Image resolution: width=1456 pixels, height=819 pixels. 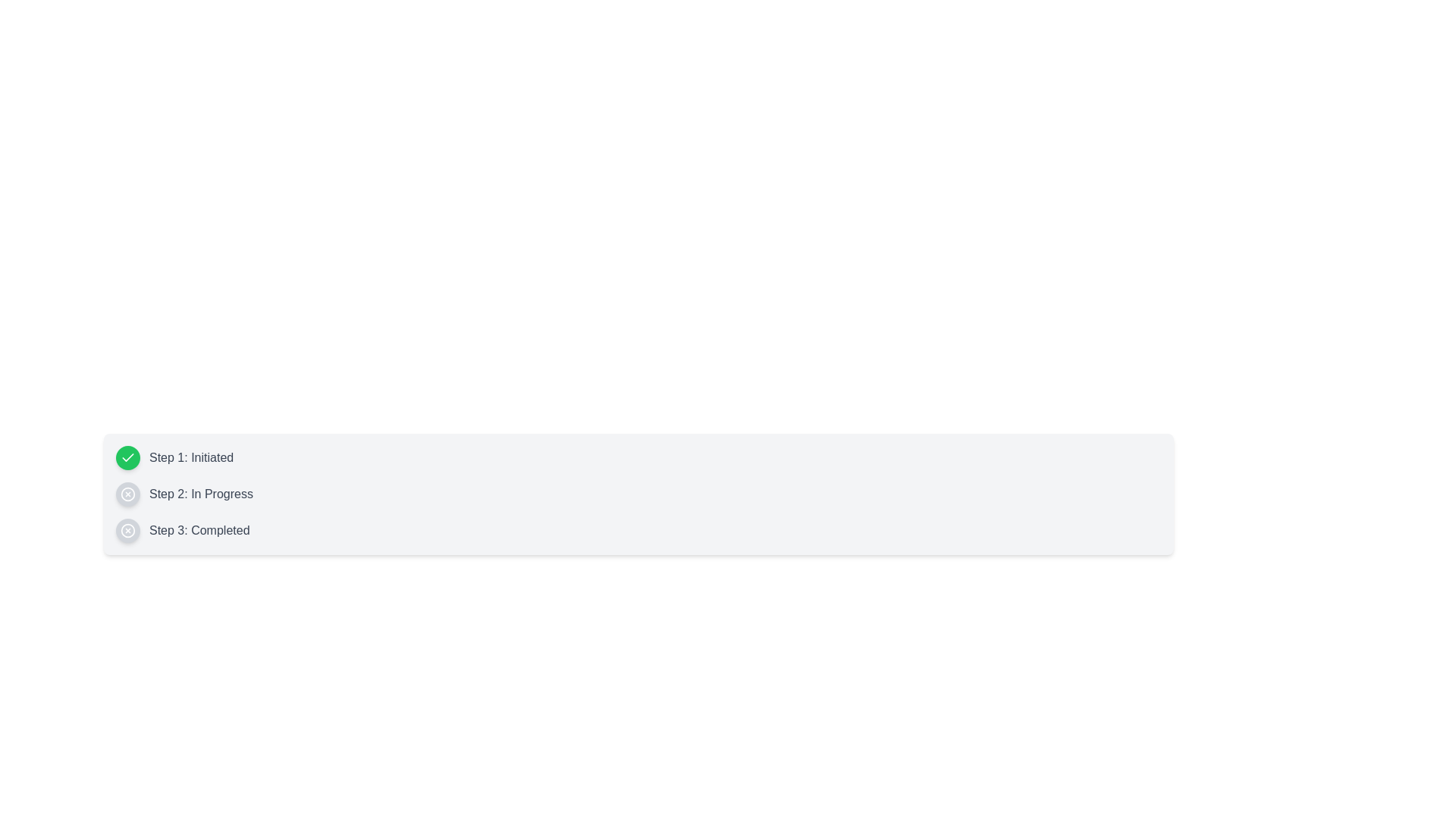 I want to click on the visual state of the circular Status indicator with a gray background and a white 'X' symbol, located to the left of 'Step 2: In Progress', so click(x=127, y=494).